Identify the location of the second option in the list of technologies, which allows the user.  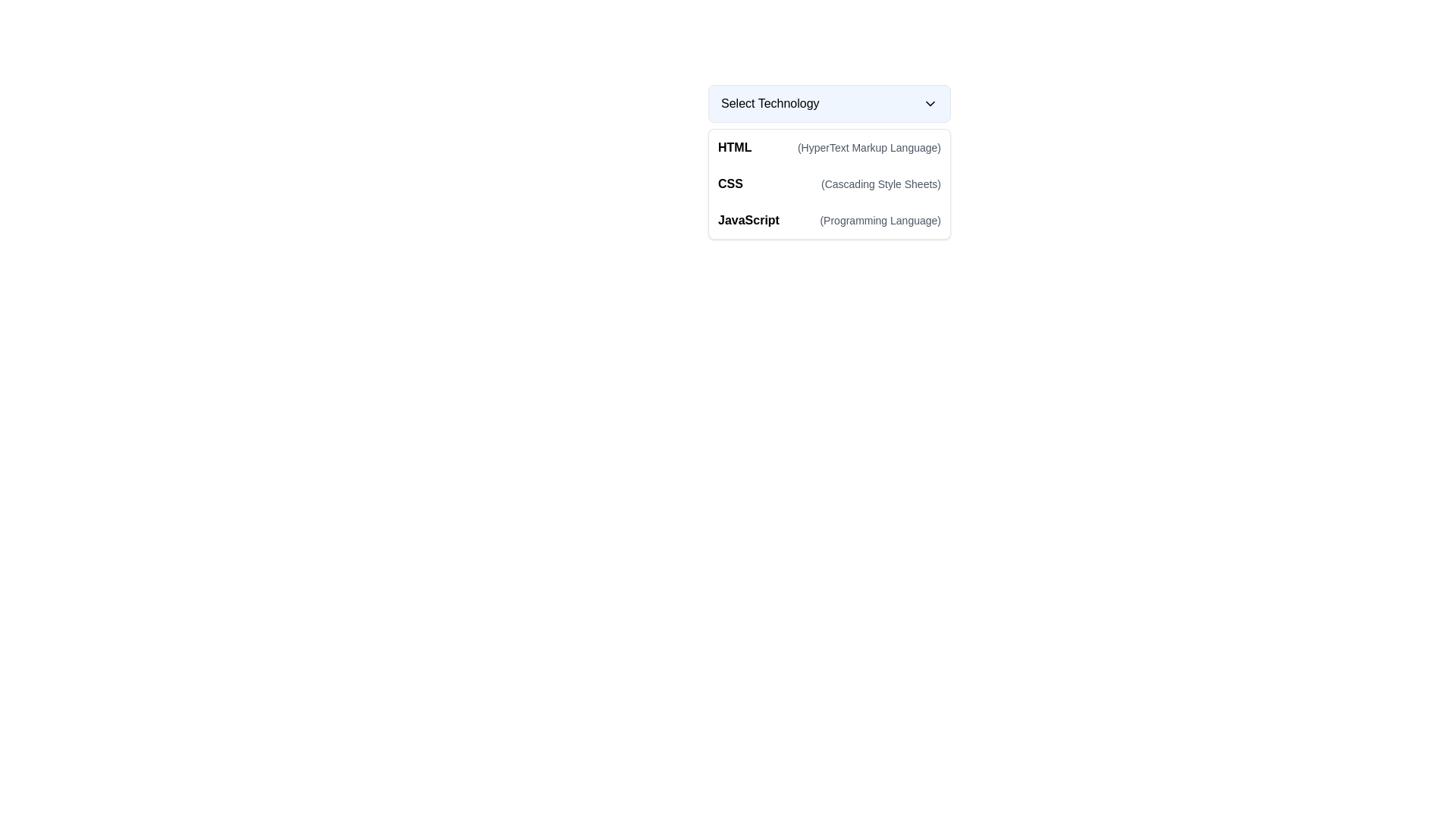
(829, 184).